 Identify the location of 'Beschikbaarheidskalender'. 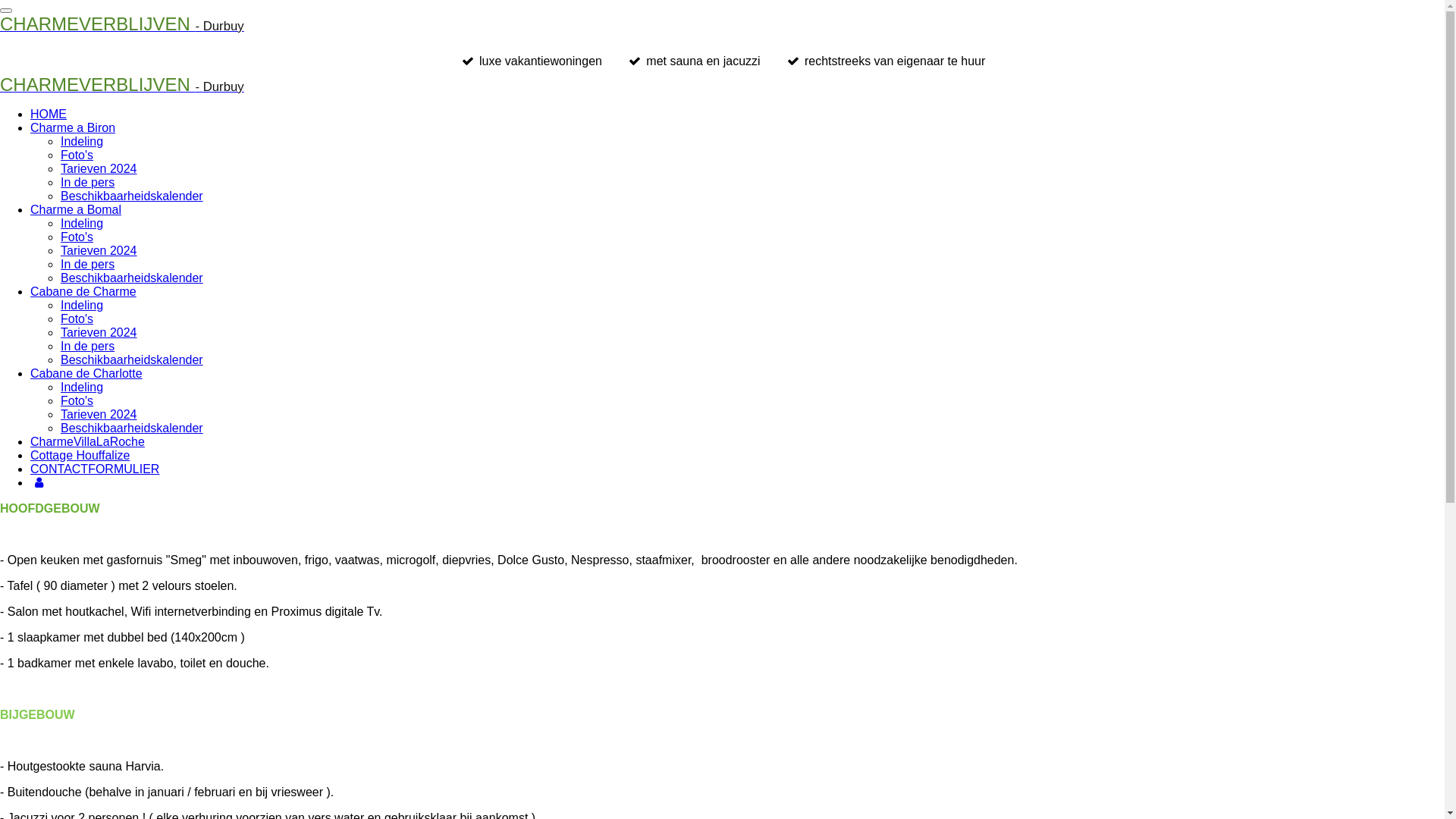
(131, 359).